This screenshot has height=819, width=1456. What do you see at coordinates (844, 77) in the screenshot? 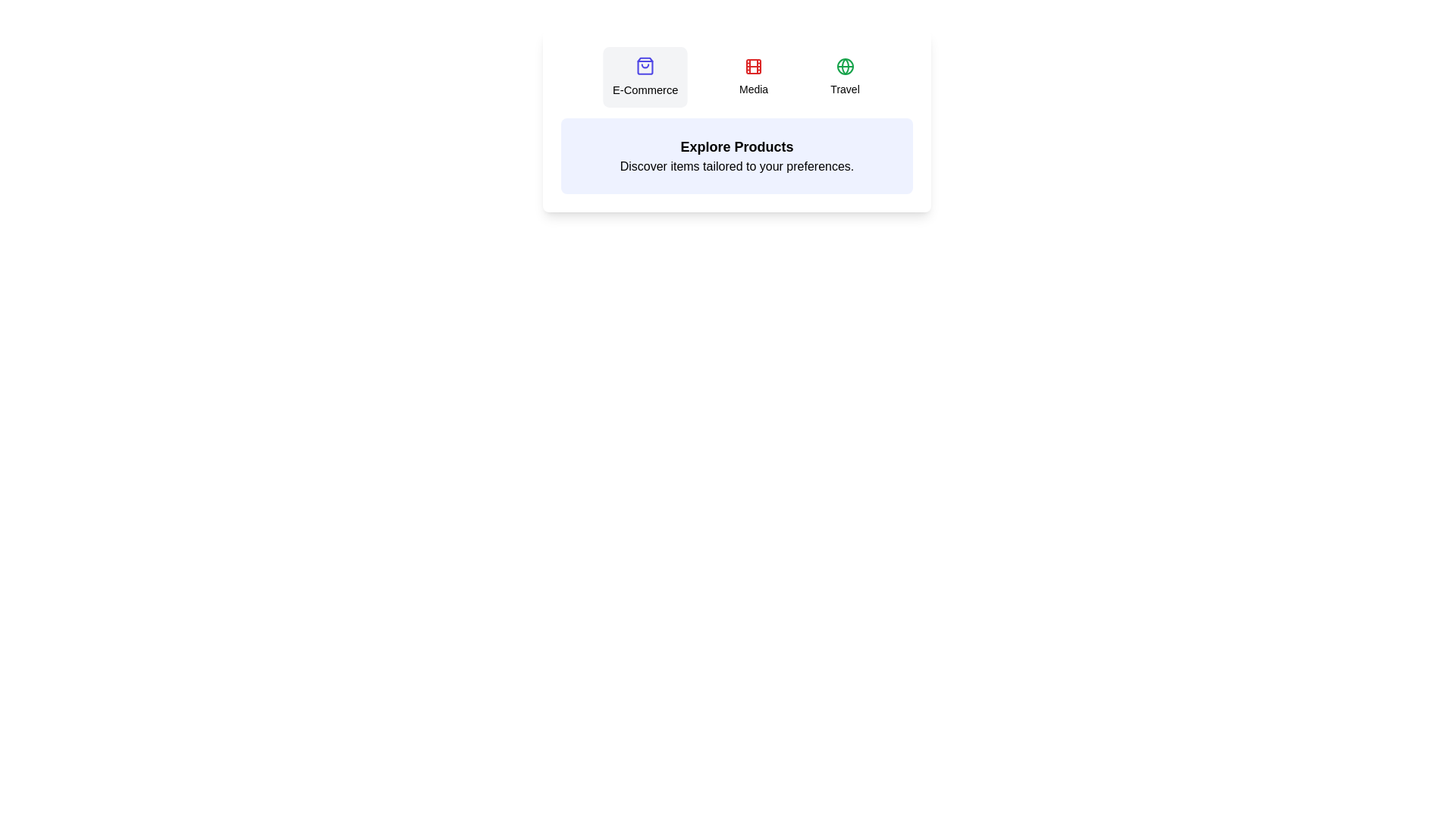
I see `the tab identified by Travel` at bounding box center [844, 77].